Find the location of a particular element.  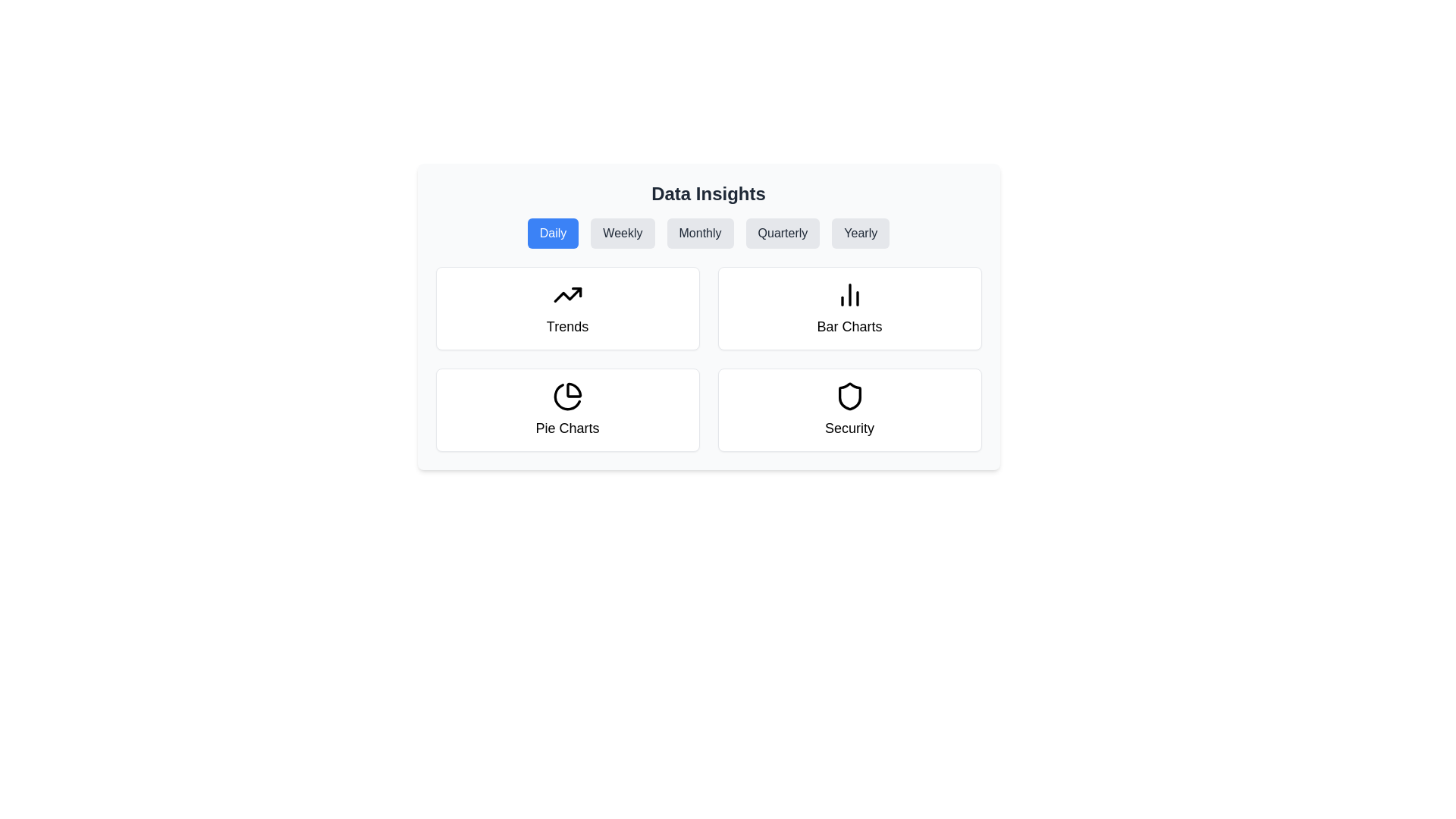

the text label displaying 'Pie Charts', which is located at the bottom of a card structure under the pie chart icon in the bottom-left grid component is located at coordinates (566, 428).